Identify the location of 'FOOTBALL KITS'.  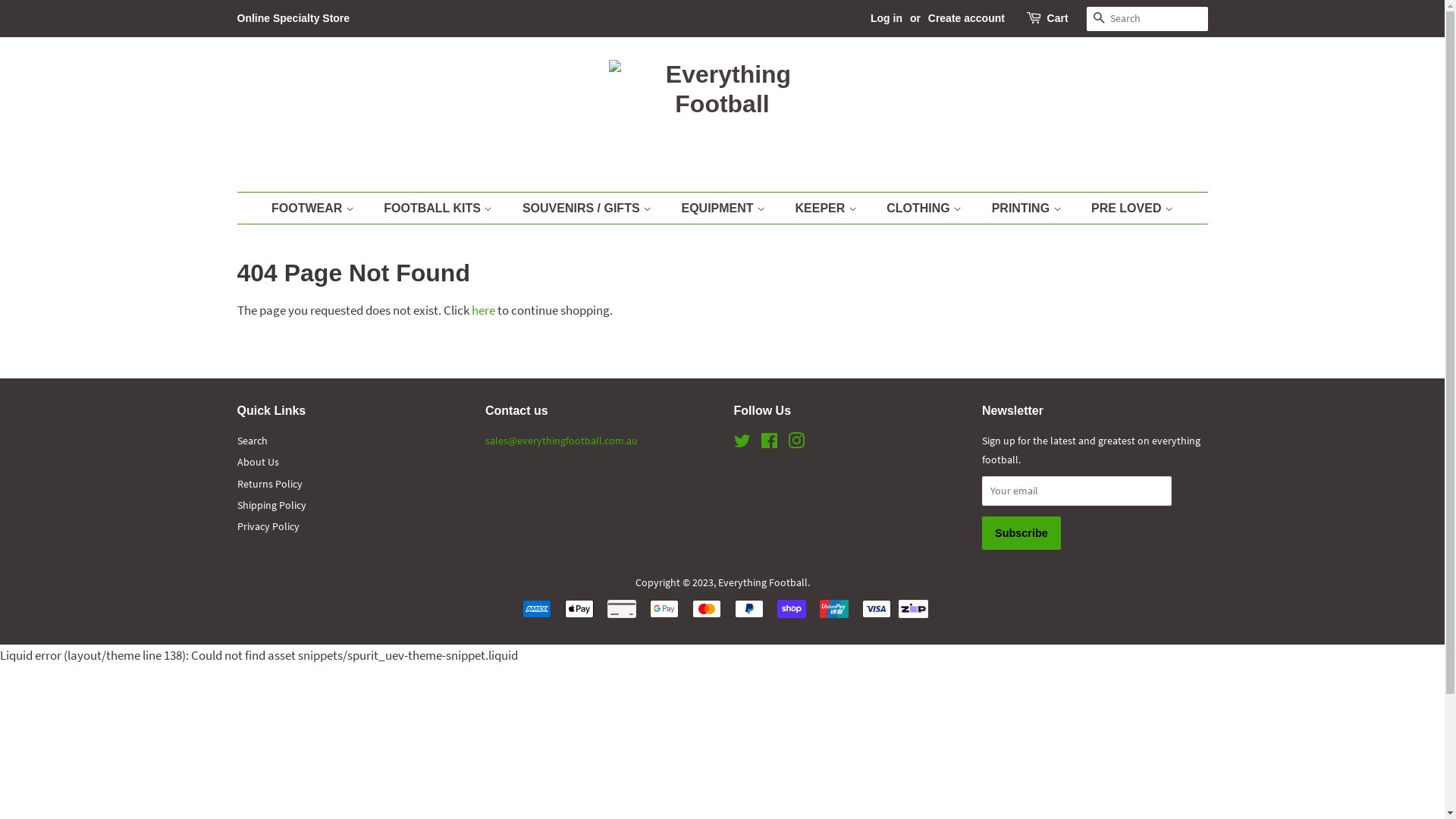
(439, 208).